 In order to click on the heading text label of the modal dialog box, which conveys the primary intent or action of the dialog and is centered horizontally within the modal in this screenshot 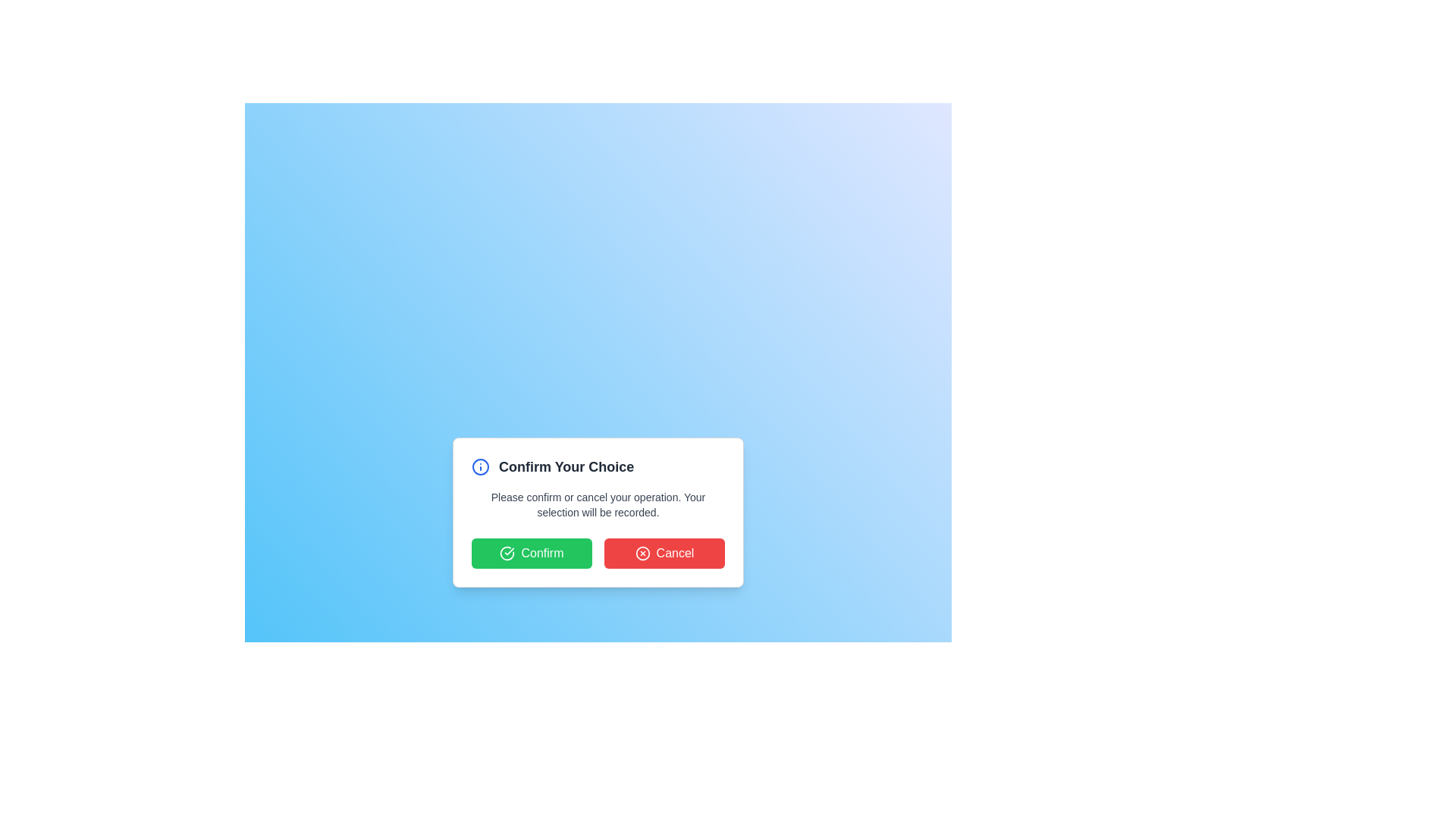, I will do `click(566, 466)`.